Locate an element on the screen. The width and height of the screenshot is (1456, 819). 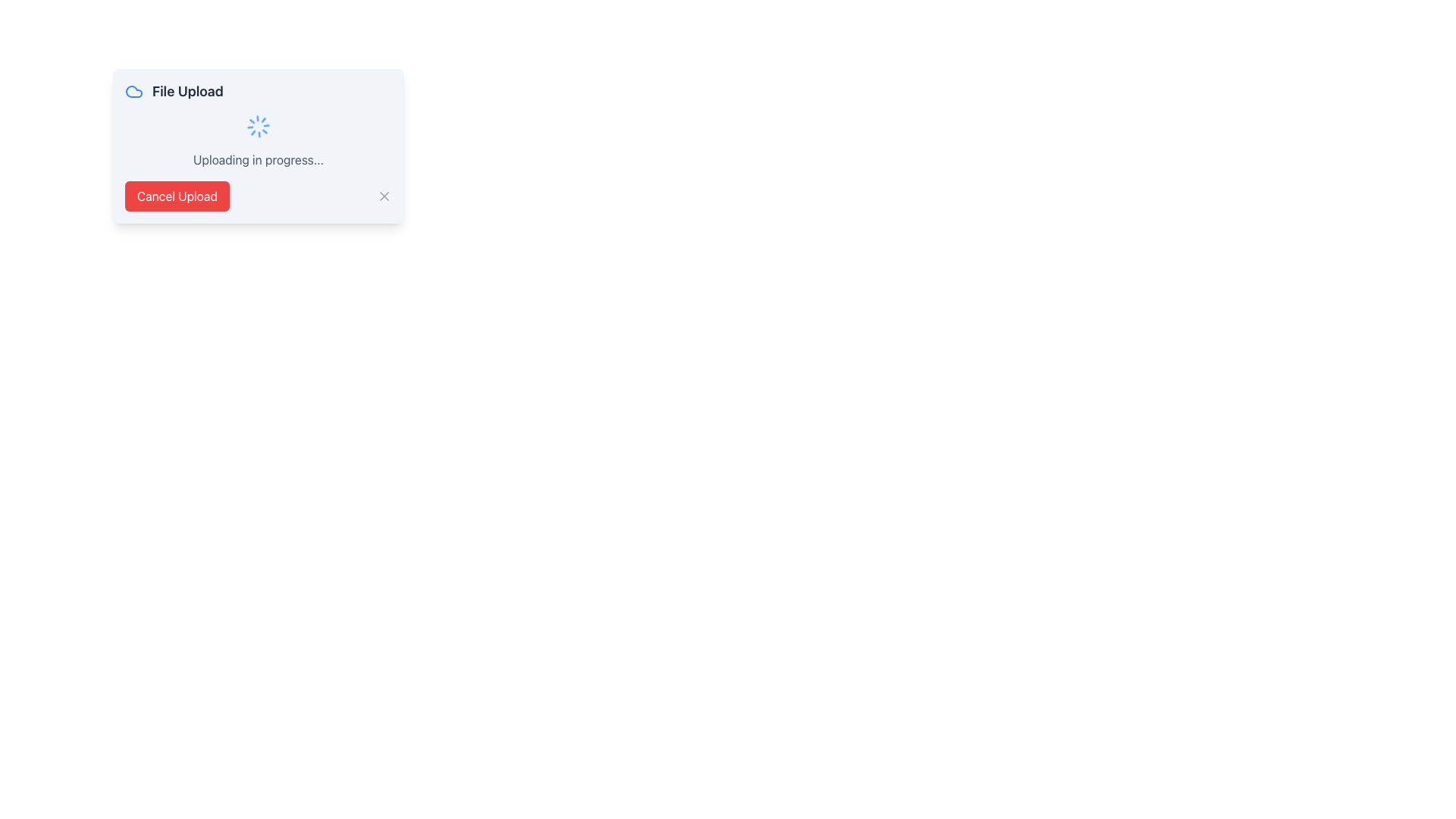
the cloud icon located in the upper-left section of the file upload modal, next to the 'File Upload' title is located at coordinates (134, 91).